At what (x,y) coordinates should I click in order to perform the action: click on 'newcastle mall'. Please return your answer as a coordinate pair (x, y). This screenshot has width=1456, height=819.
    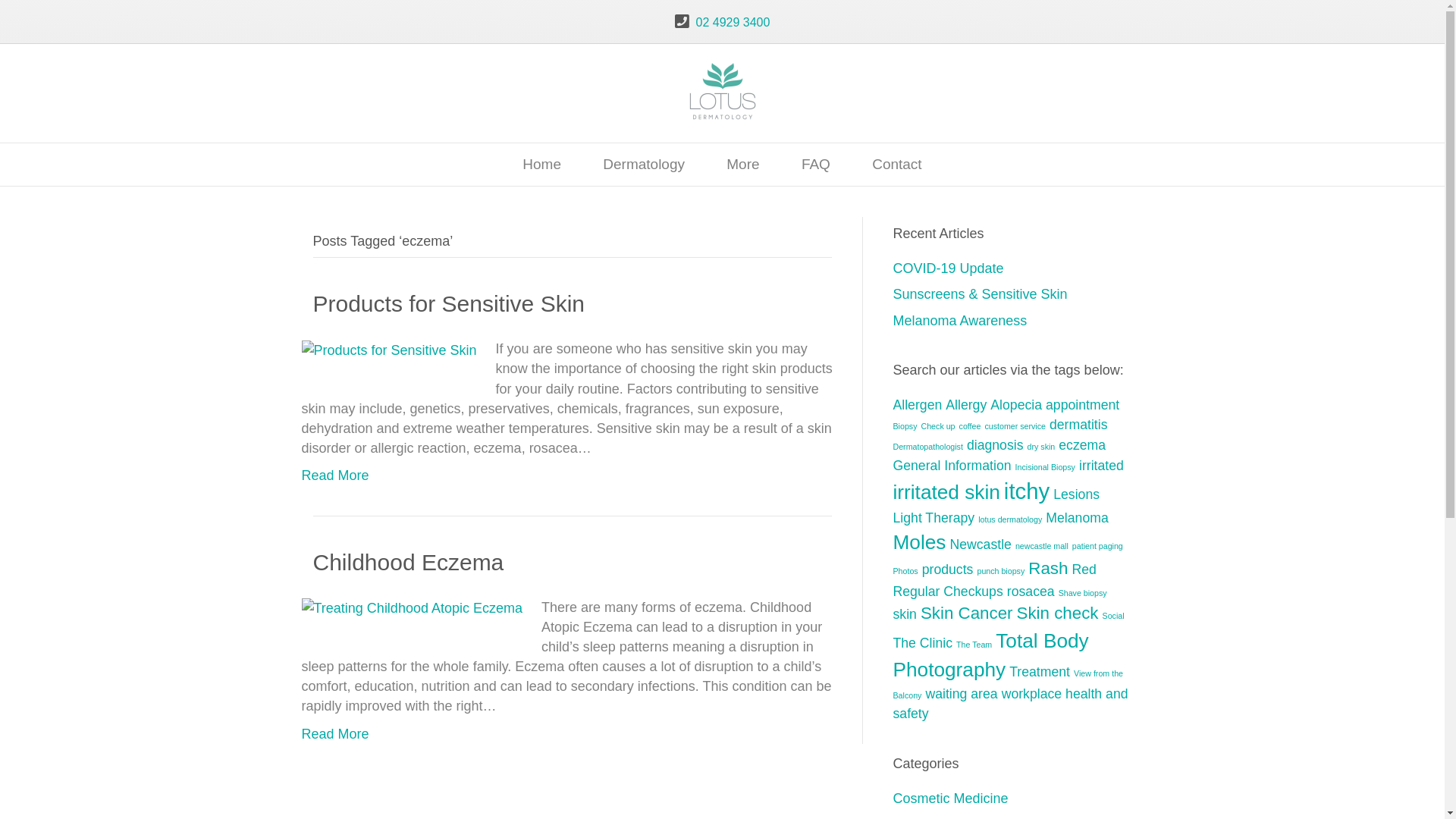
    Looking at the image, I should click on (1040, 546).